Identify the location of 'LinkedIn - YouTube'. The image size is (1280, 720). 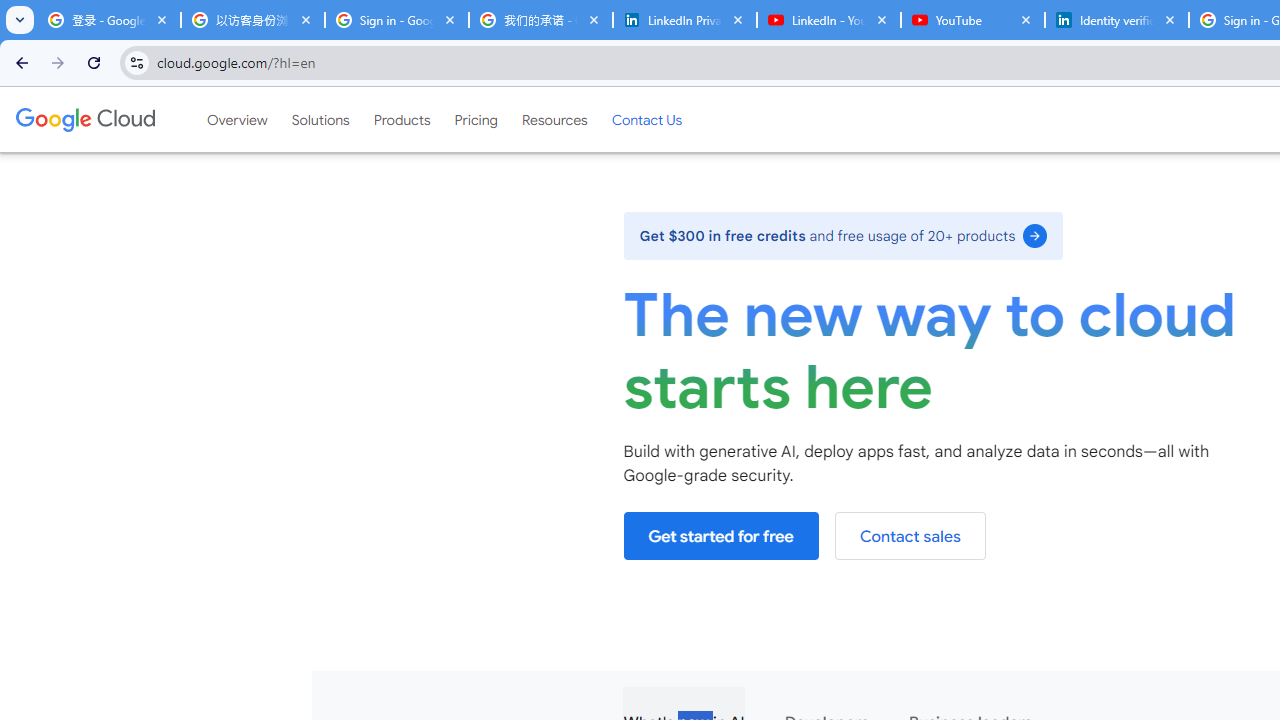
(828, 20).